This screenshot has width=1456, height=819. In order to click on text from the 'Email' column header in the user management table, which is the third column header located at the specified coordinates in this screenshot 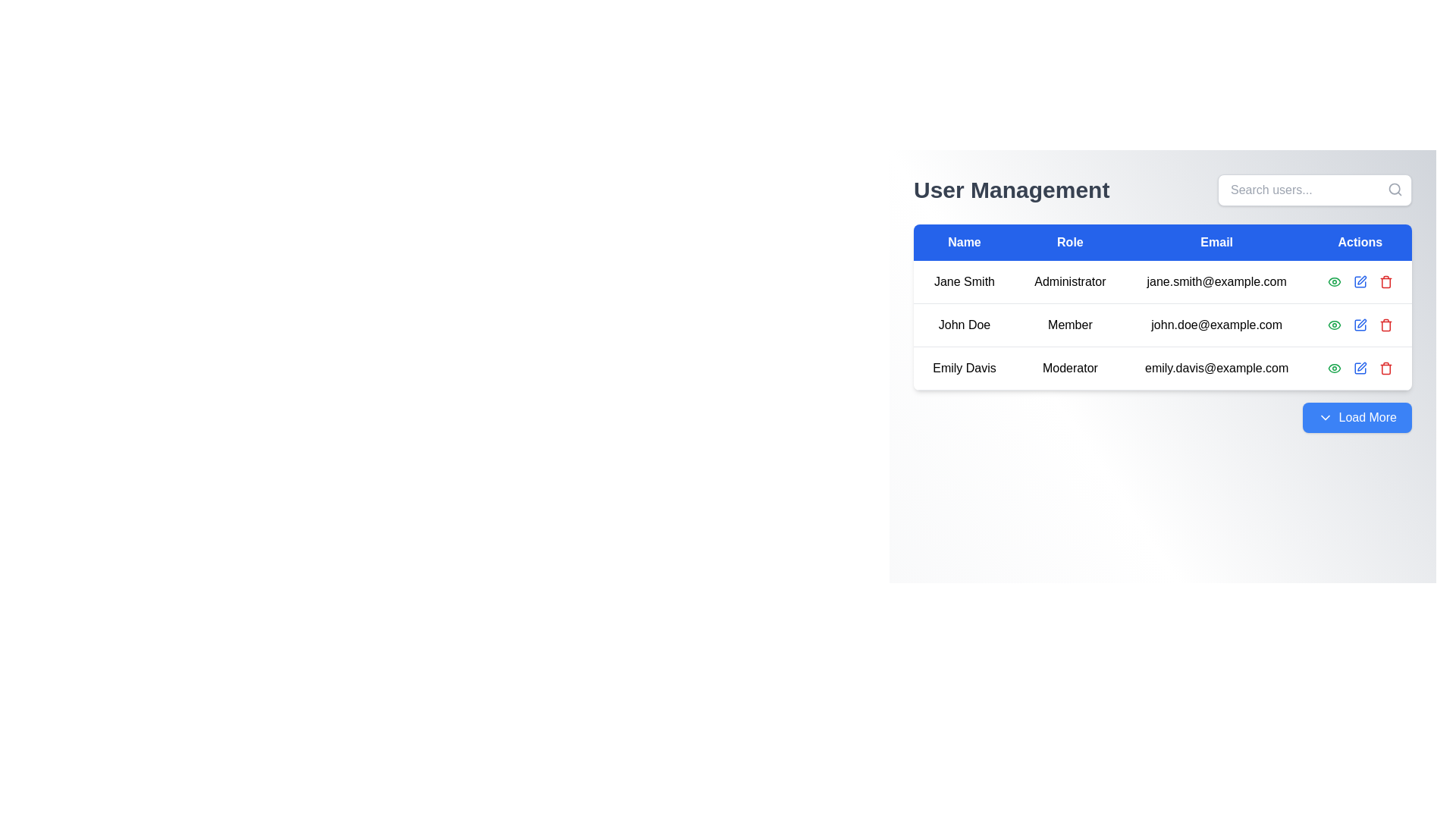, I will do `click(1216, 242)`.